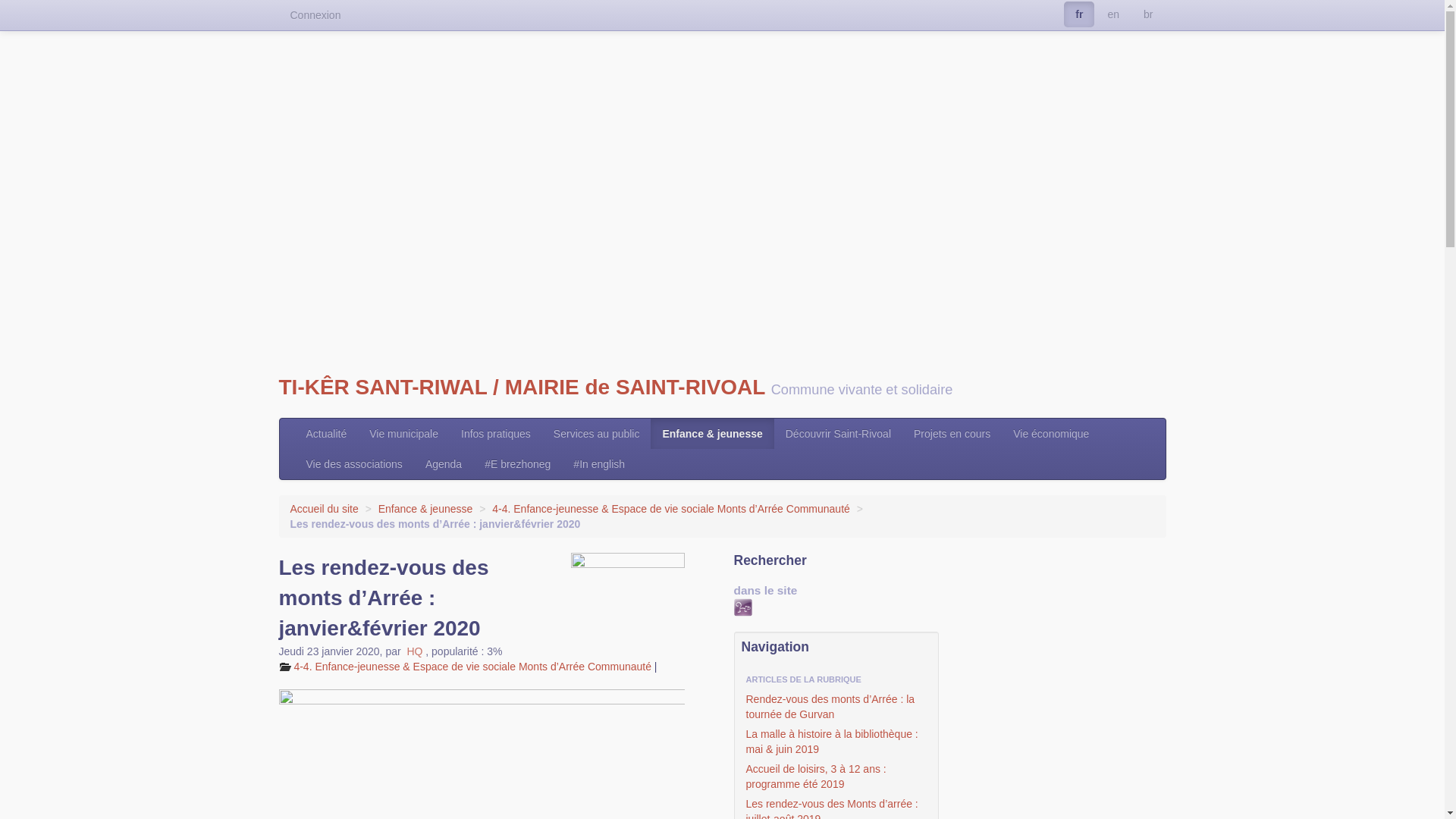 The width and height of the screenshot is (1456, 819). Describe the element at coordinates (542, 433) in the screenshot. I see `'Services au public'` at that location.